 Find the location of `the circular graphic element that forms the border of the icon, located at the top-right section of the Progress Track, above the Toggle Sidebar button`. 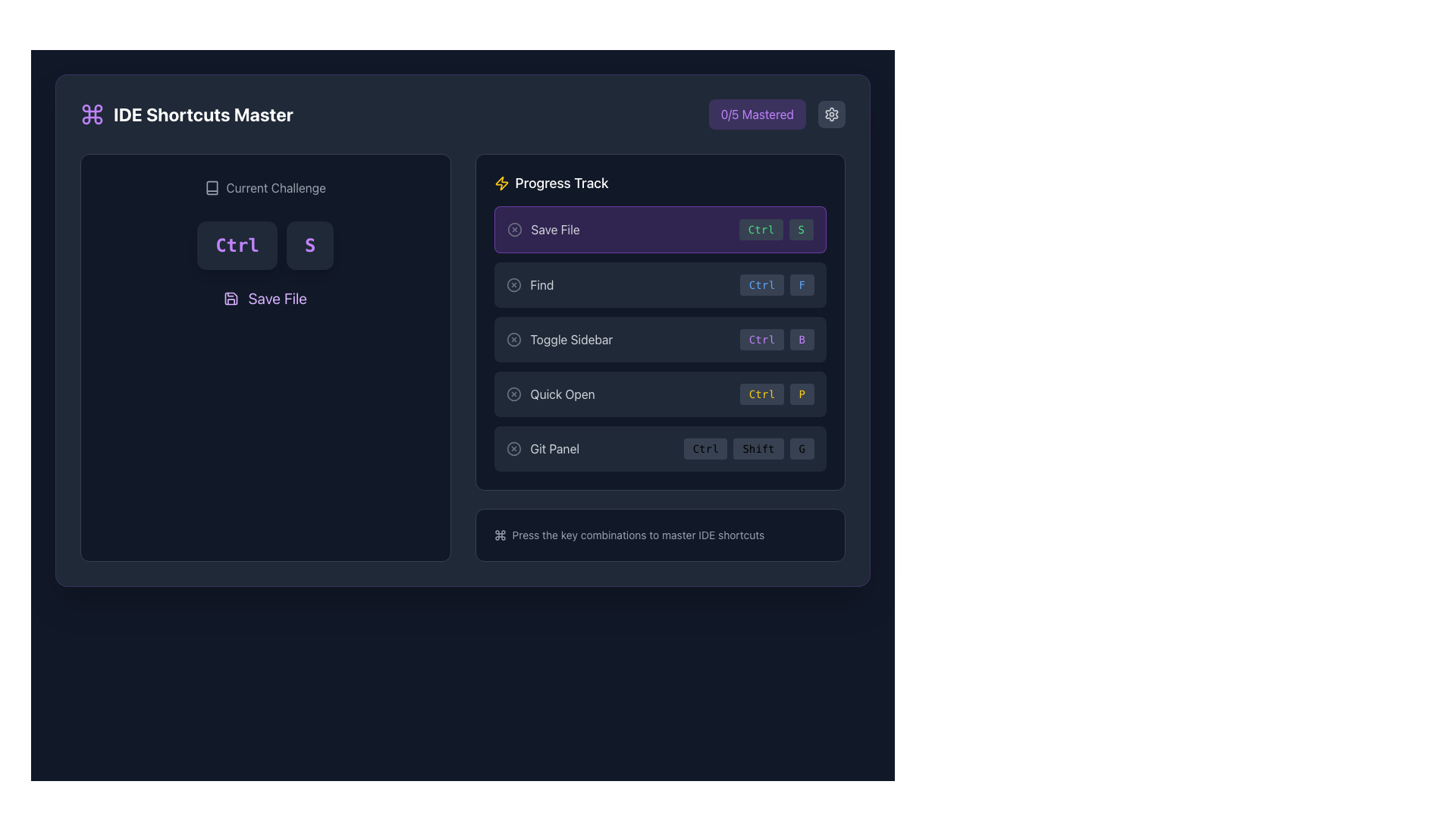

the circular graphic element that forms the border of the icon, located at the top-right section of the Progress Track, above the Toggle Sidebar button is located at coordinates (513, 338).